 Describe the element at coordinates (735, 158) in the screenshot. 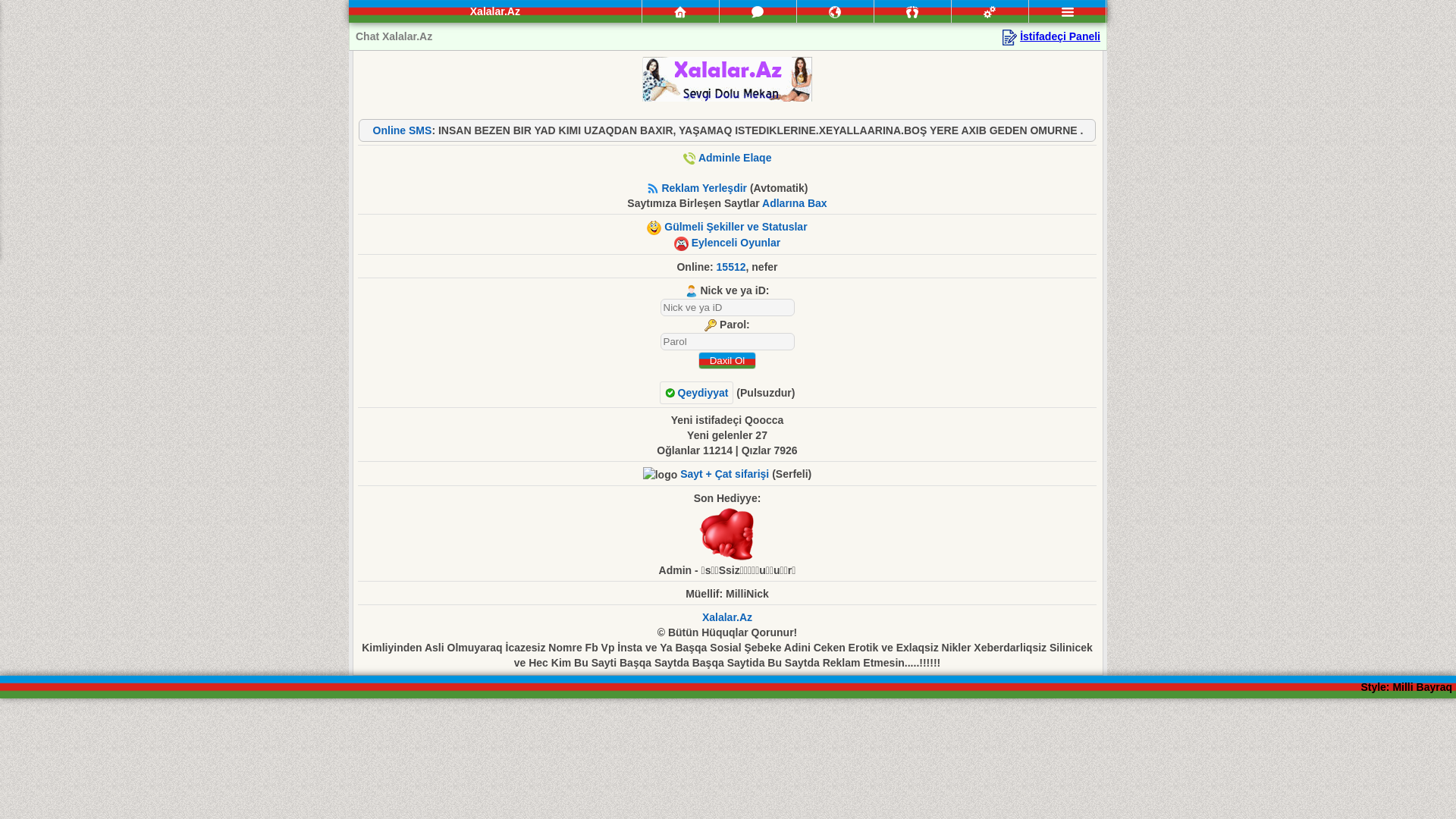

I see `'Adminle Elaqe'` at that location.